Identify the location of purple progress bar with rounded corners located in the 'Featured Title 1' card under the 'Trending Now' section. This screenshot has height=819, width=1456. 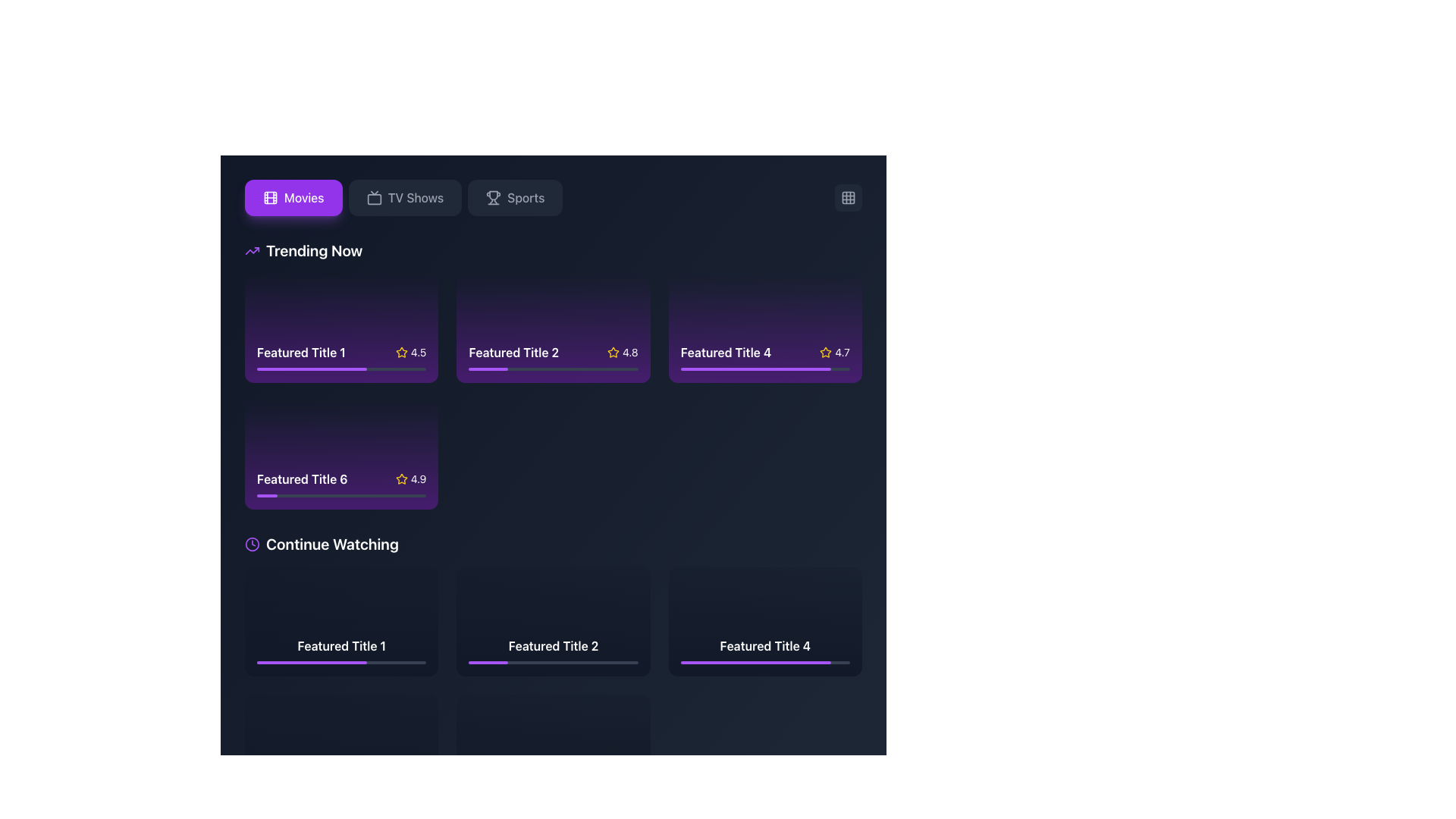
(311, 369).